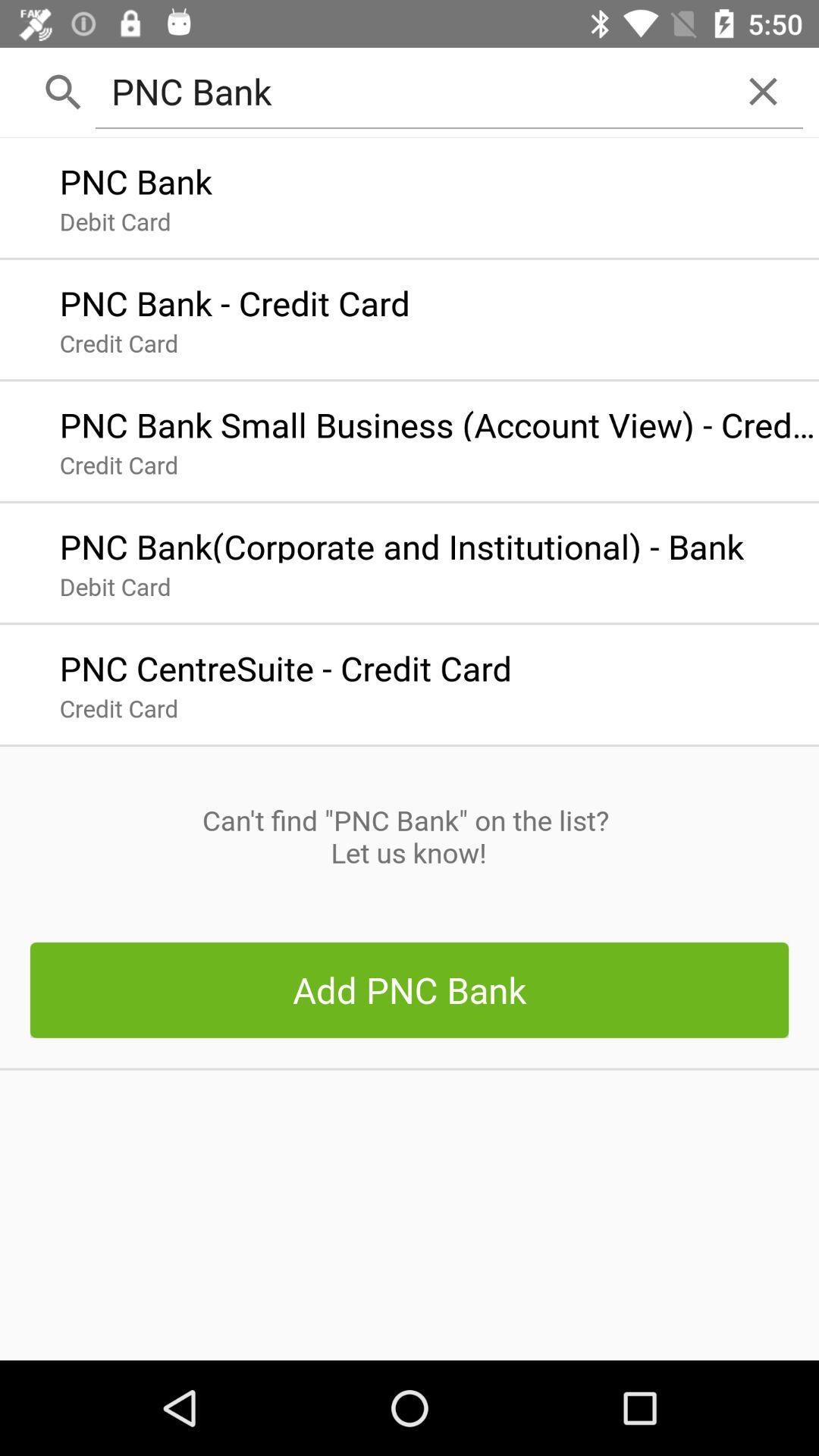 This screenshot has width=819, height=1456. I want to click on icon to the right of the pnc bank item, so click(763, 90).